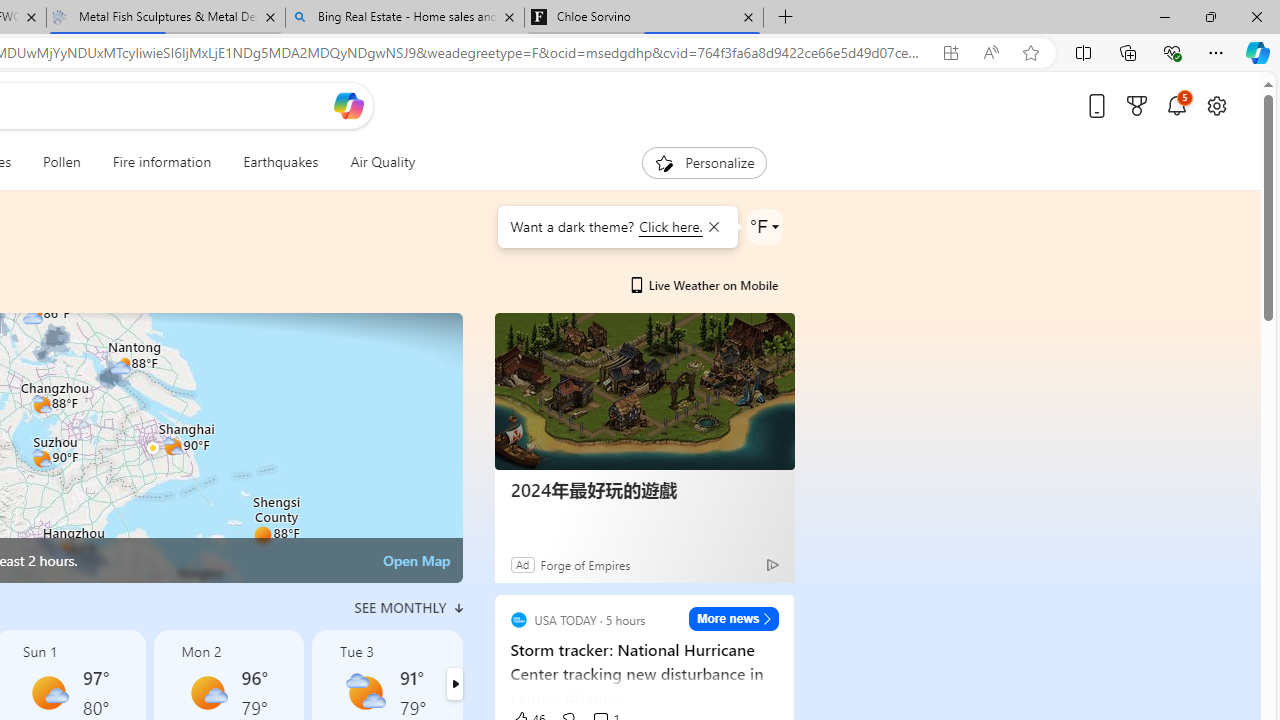  I want to click on 'Air Quality', so click(382, 162).